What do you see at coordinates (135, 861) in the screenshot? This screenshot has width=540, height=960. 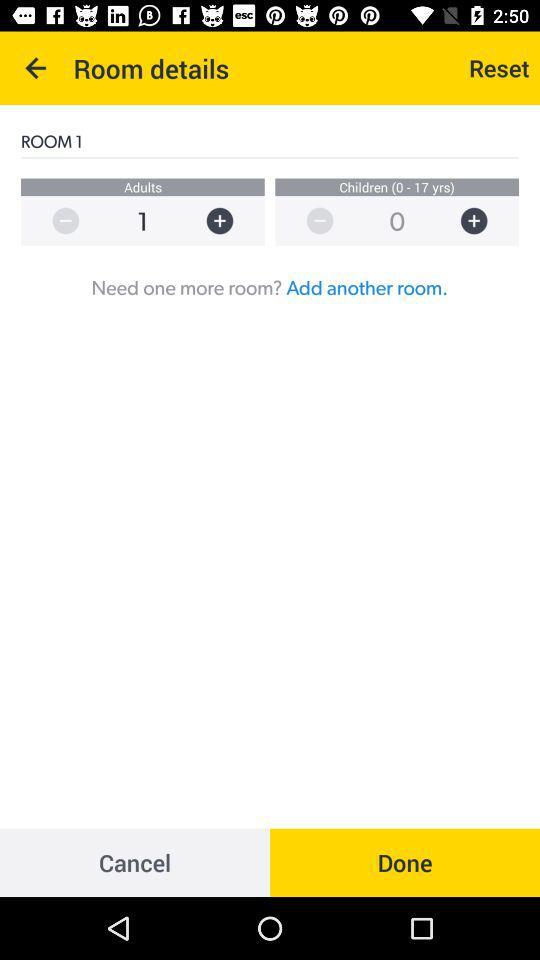 I see `item at the bottom left corner` at bounding box center [135, 861].